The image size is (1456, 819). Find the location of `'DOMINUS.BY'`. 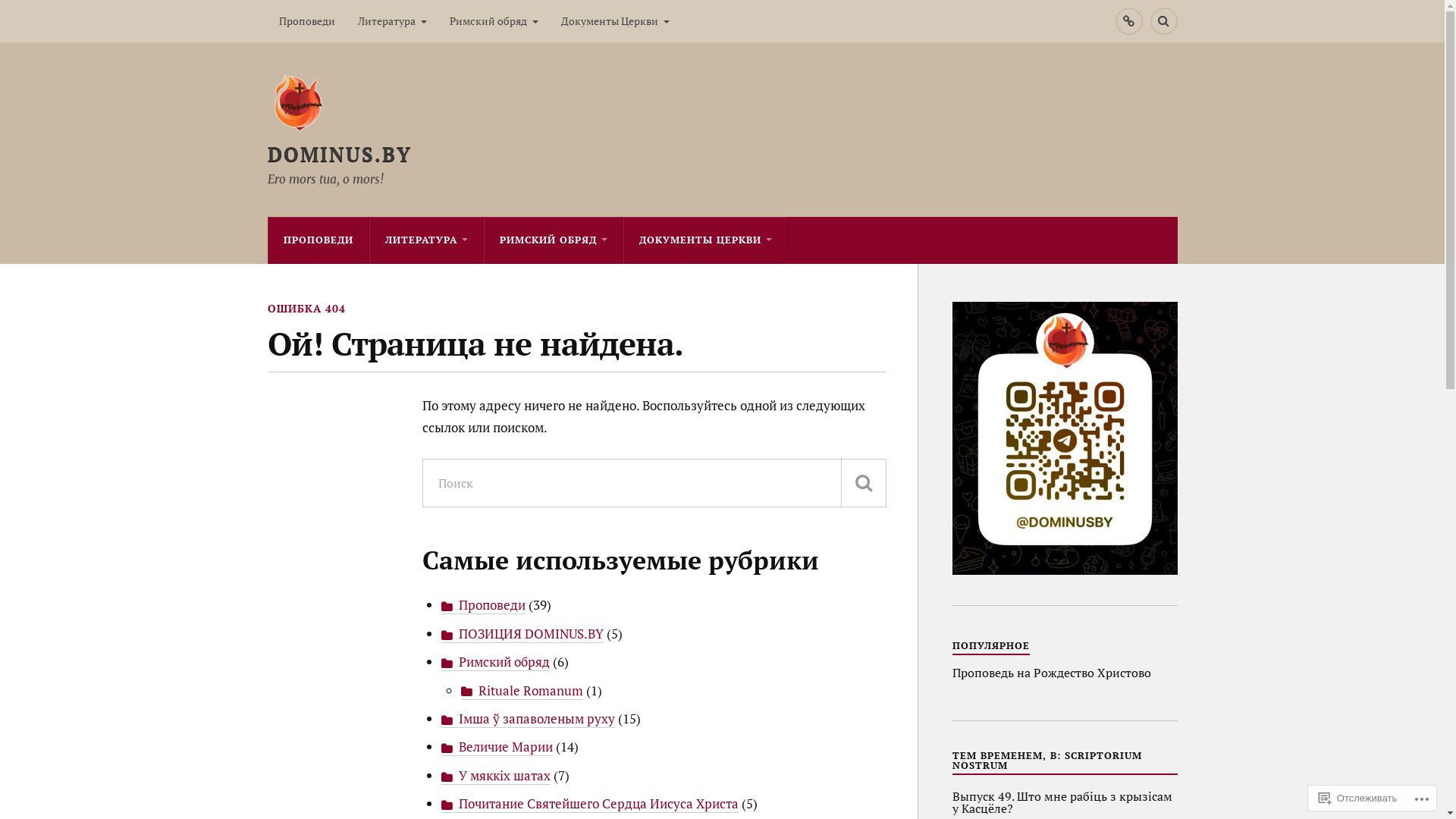

'DOMINUS.BY' is located at coordinates (337, 154).